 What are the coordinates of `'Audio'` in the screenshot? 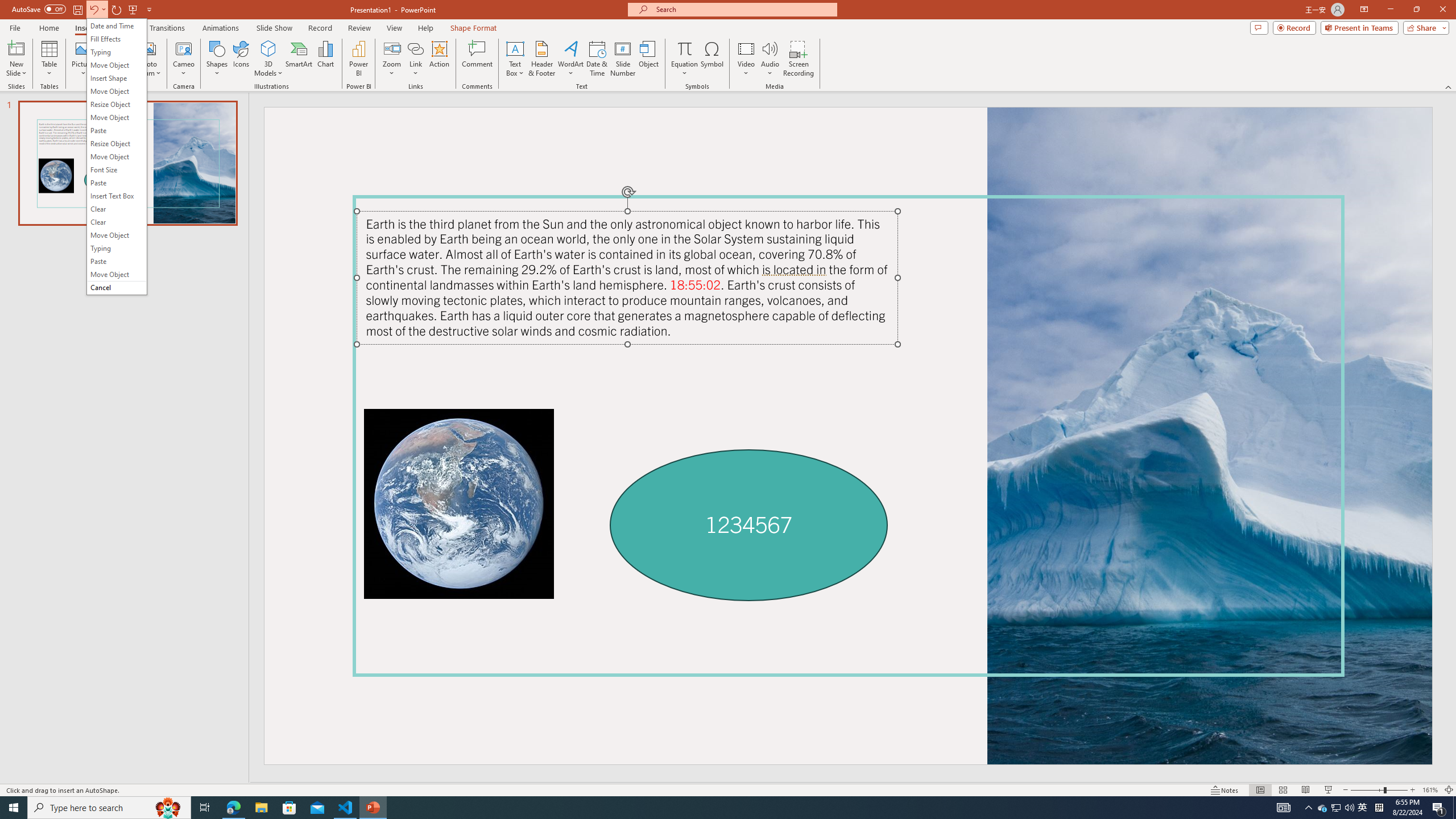 It's located at (770, 59).